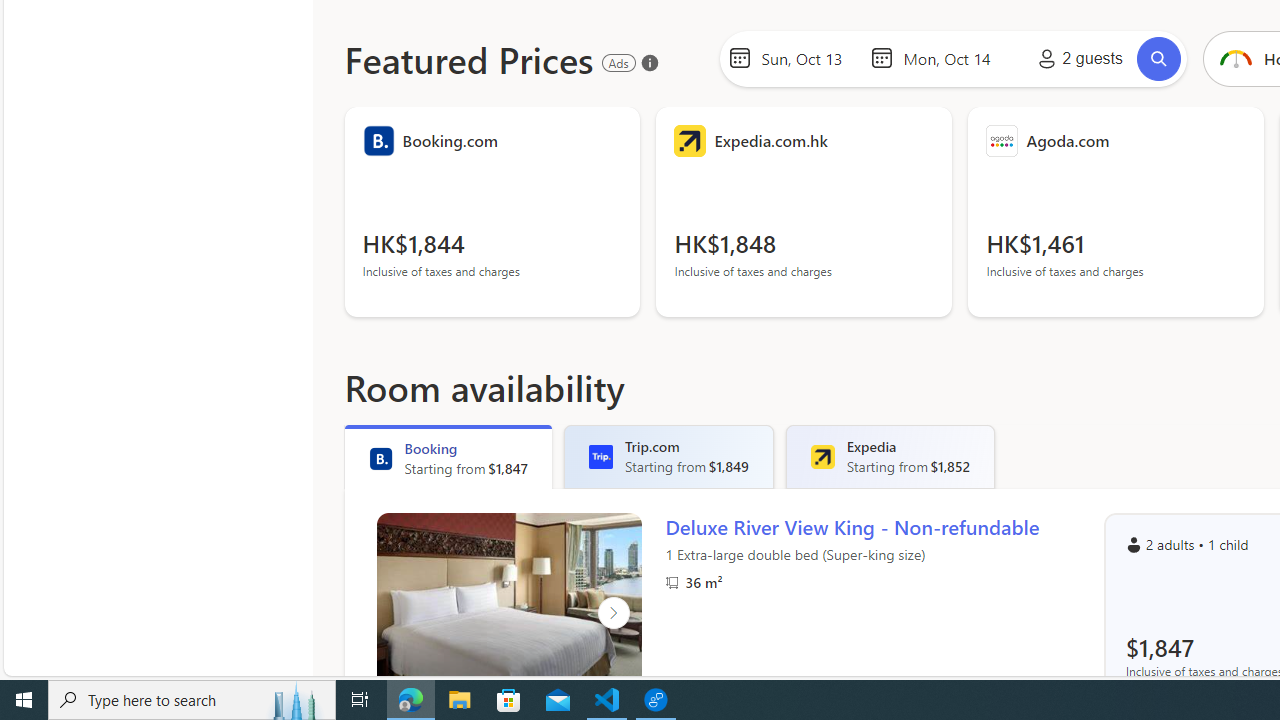  I want to click on 'Search', so click(1159, 57).